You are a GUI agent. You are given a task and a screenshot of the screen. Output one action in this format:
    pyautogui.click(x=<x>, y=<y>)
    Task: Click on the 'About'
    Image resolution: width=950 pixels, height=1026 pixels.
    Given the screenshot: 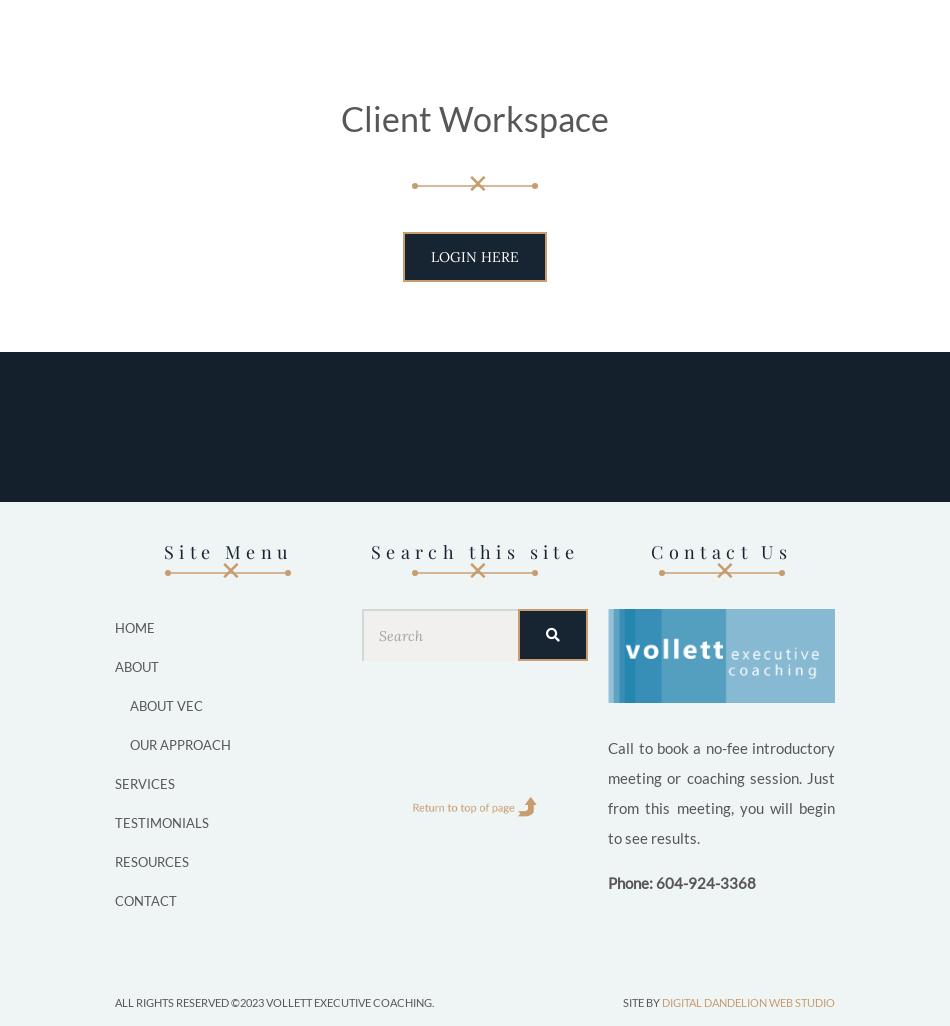 What is the action you would take?
    pyautogui.click(x=136, y=665)
    